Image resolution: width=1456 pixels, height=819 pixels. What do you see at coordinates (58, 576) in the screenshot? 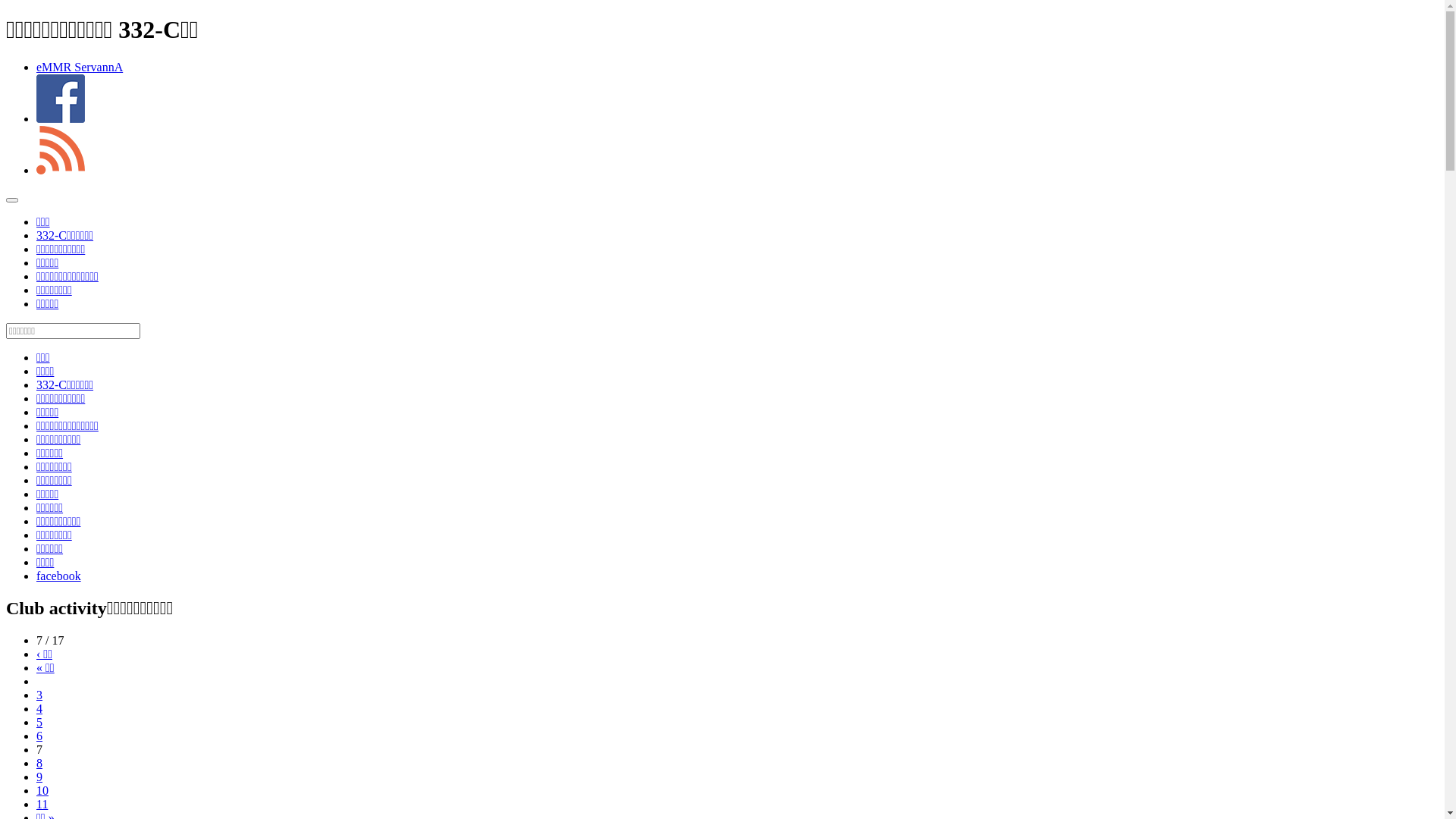
I see `'facebook'` at bounding box center [58, 576].